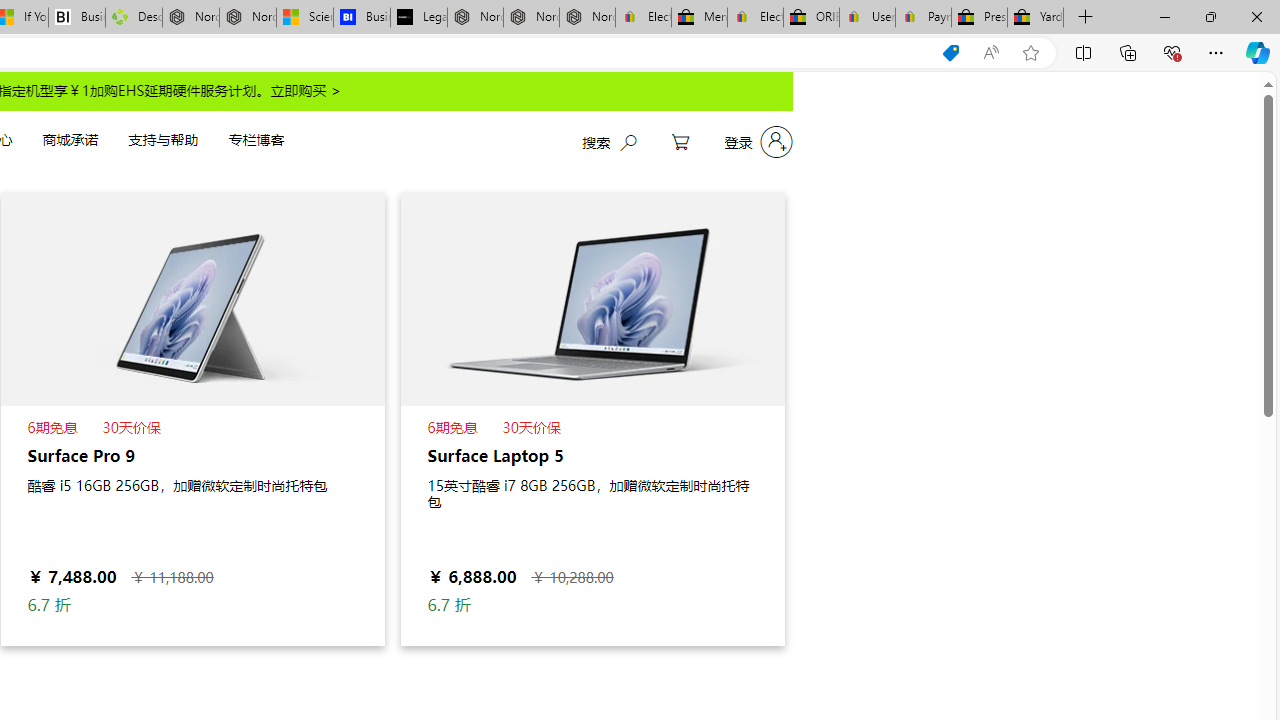 Image resolution: width=1280 pixels, height=720 pixels. Describe the element at coordinates (1257, 51) in the screenshot. I see `'Copilot (Ctrl+Shift+.)'` at that location.